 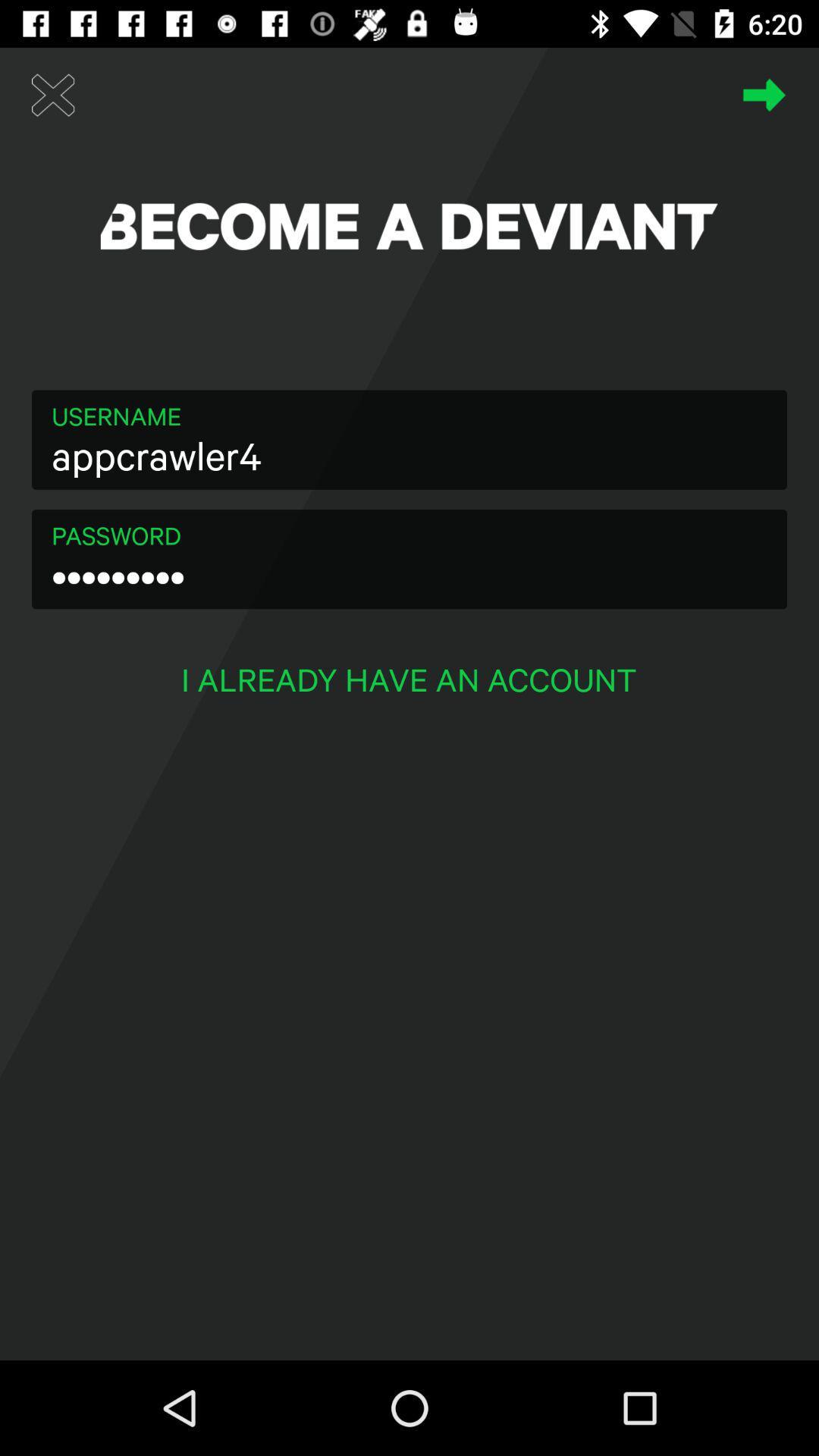 What do you see at coordinates (764, 94) in the screenshot?
I see `the arrow_forward icon` at bounding box center [764, 94].